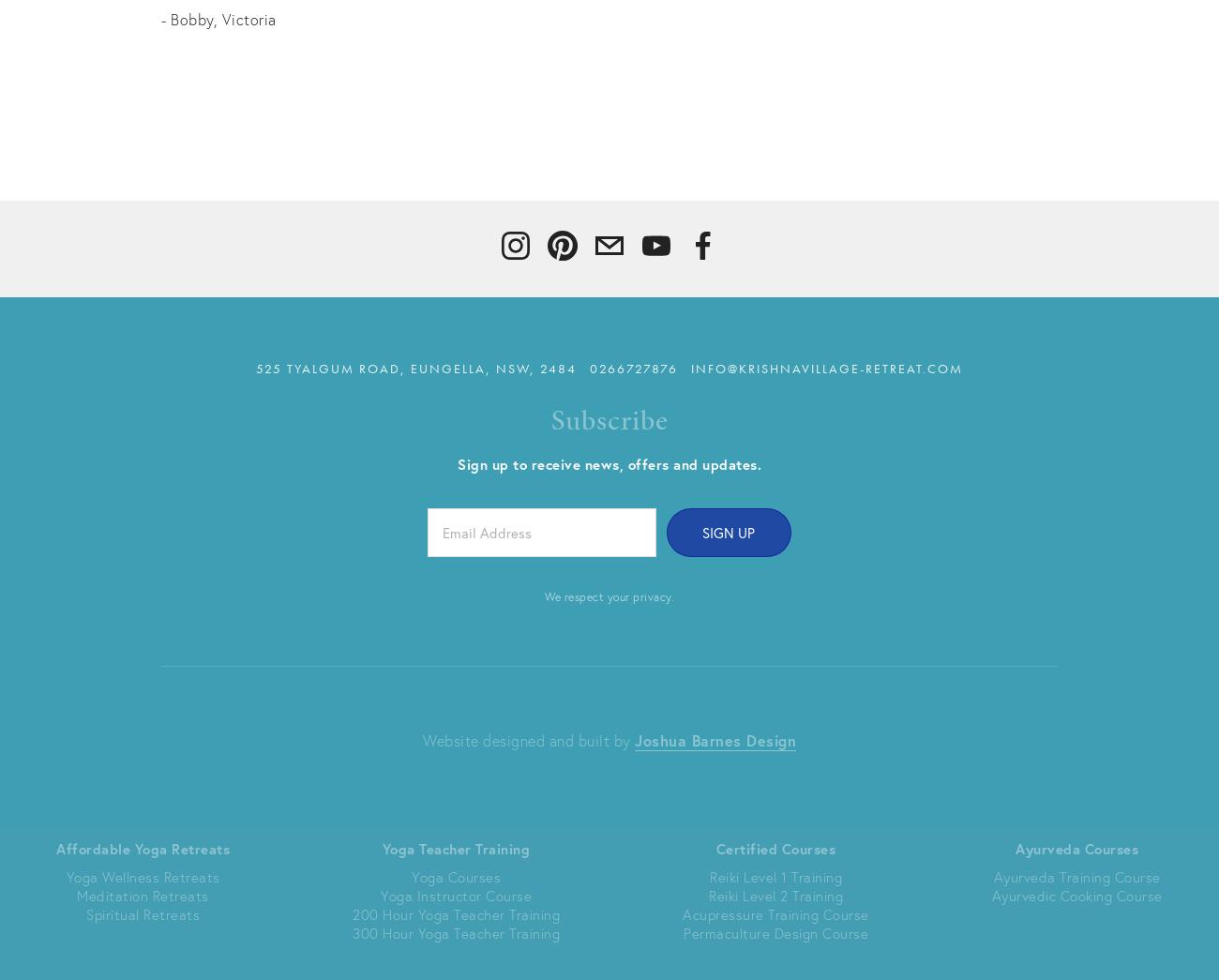  Describe the element at coordinates (1076, 893) in the screenshot. I see `'Ayurvedic Cooking Course'` at that location.